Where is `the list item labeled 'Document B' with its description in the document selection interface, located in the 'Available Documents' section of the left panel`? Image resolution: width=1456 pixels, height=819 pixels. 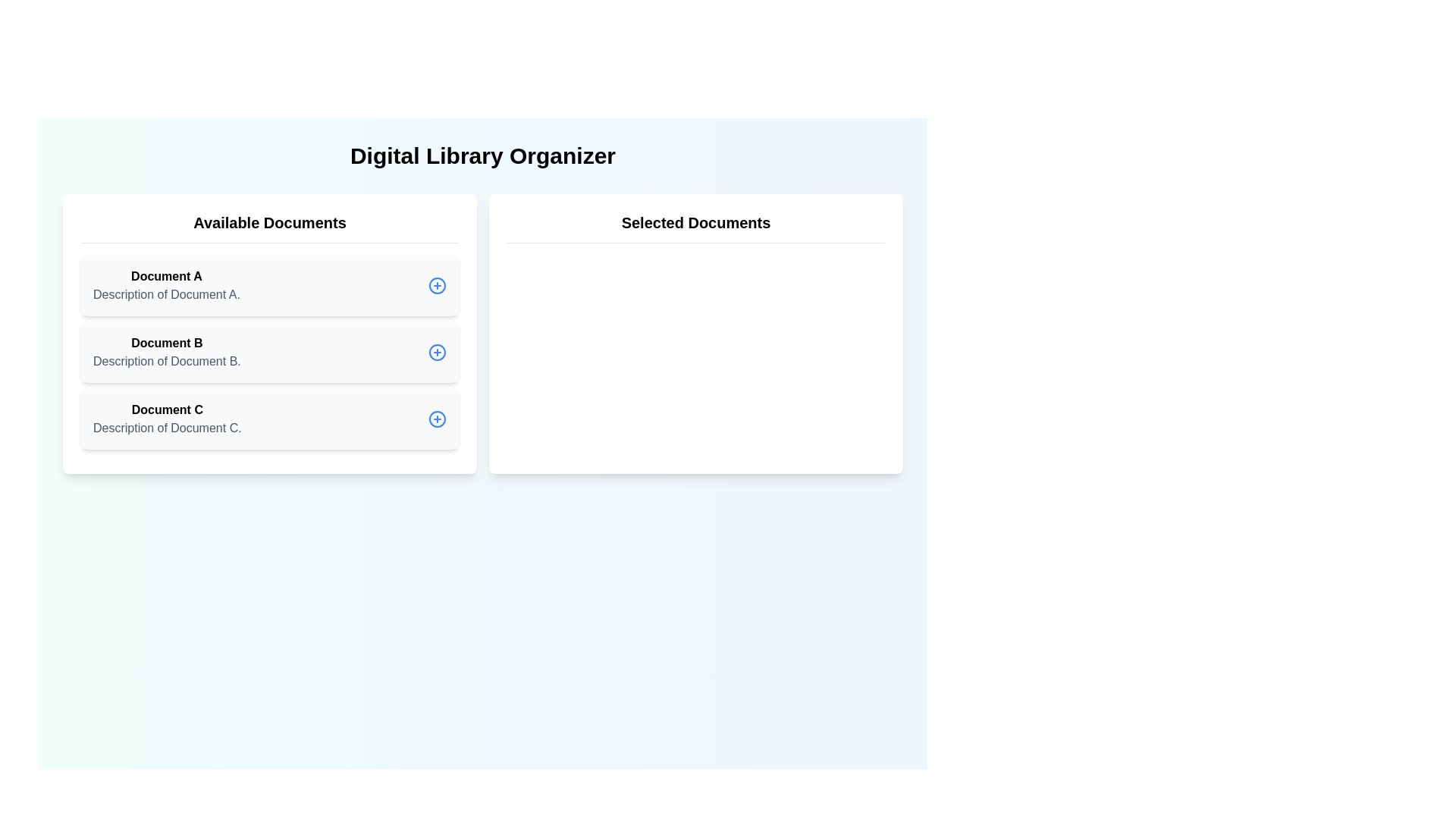
the list item labeled 'Document B' with its description in the document selection interface, located in the 'Available Documents' section of the left panel is located at coordinates (167, 353).